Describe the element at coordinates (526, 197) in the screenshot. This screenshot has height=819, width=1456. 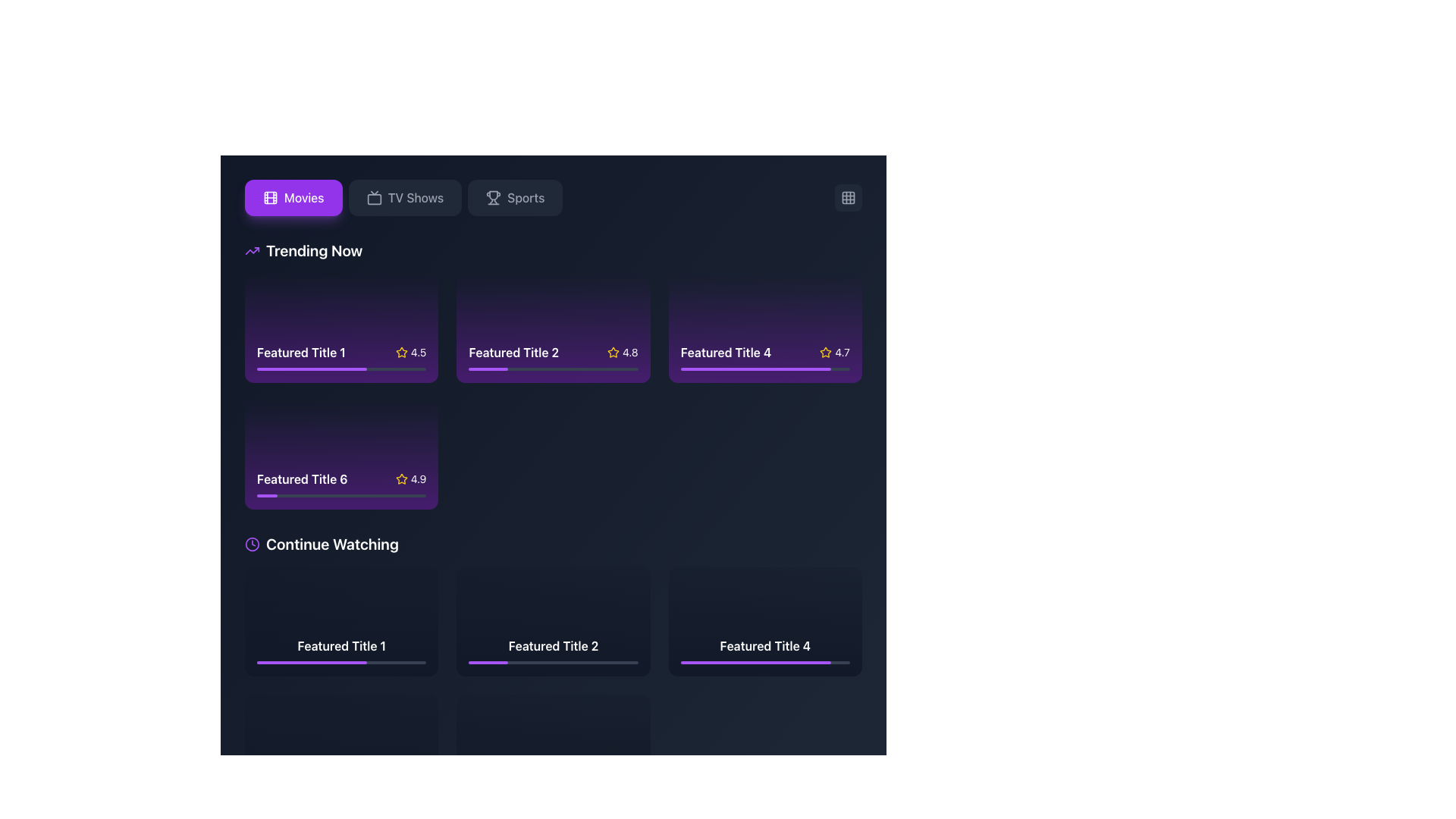
I see `the 'Sports' text label, which is displayed in light gray on a dark background, located within the horizontal navigation bar next to a trophy icon` at that location.